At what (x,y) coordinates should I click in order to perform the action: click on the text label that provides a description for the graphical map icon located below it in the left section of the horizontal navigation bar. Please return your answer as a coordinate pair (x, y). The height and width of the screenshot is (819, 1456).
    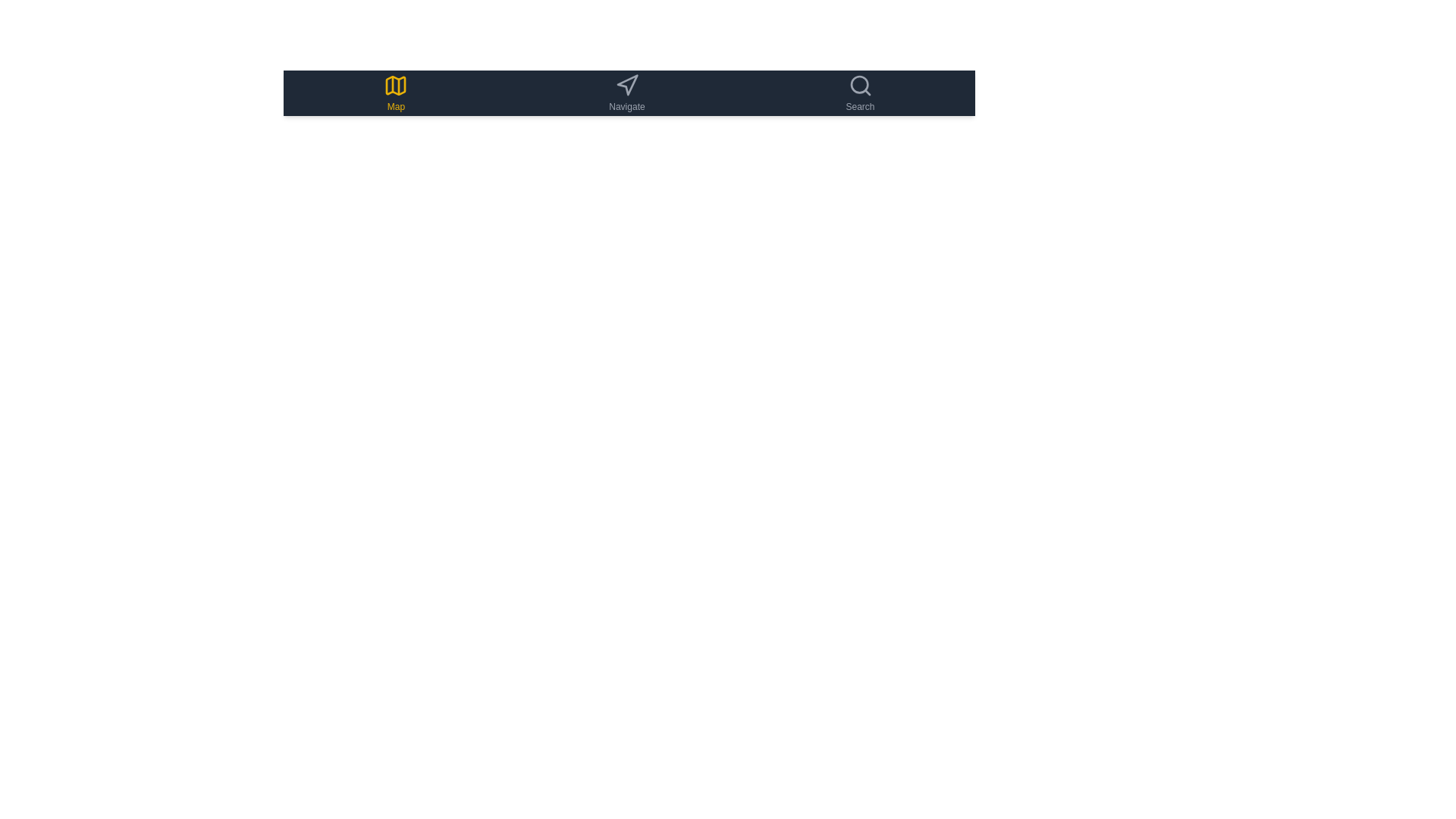
    Looking at the image, I should click on (396, 106).